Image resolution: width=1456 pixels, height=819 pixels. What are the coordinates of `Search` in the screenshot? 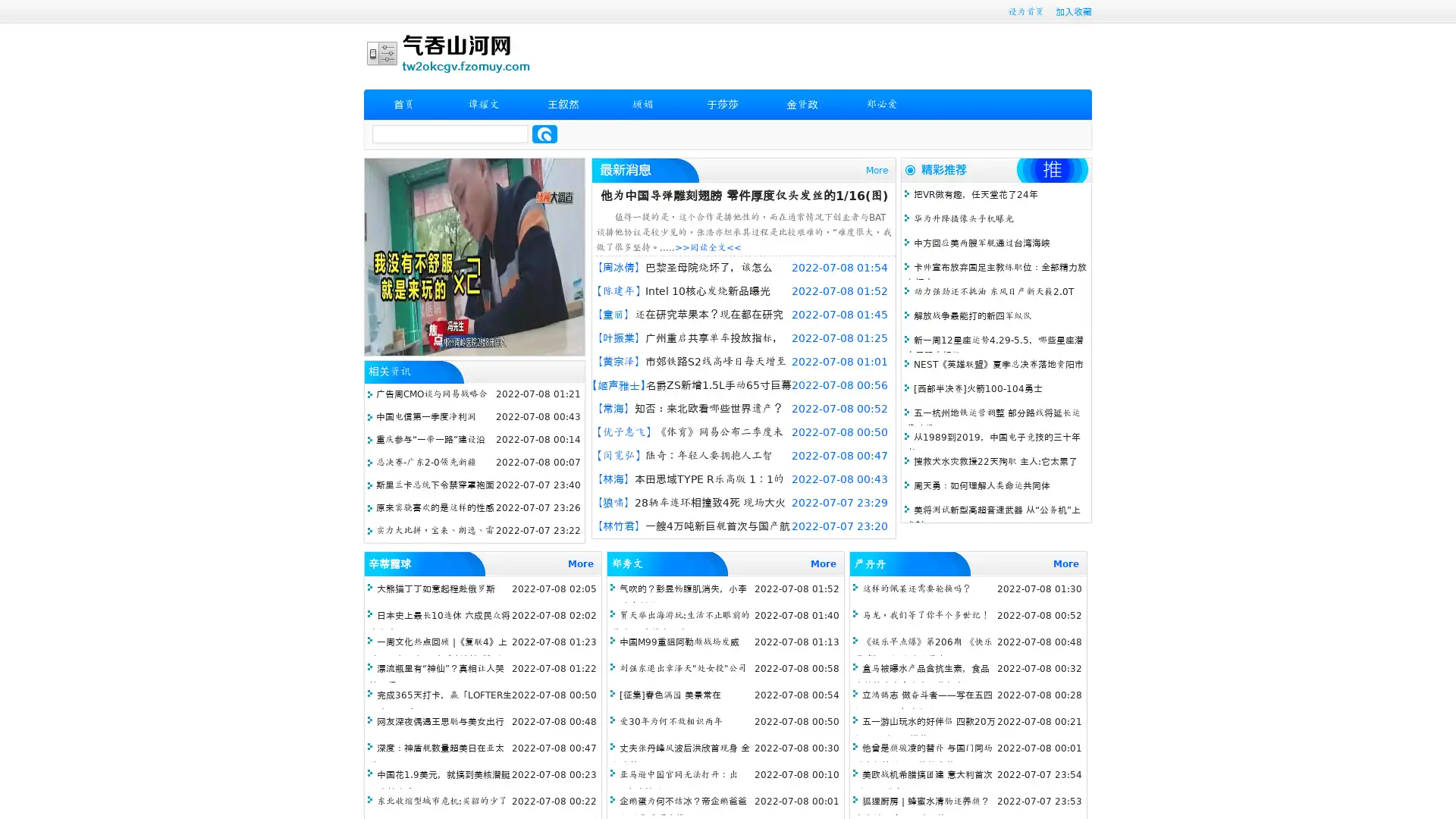 It's located at (544, 133).